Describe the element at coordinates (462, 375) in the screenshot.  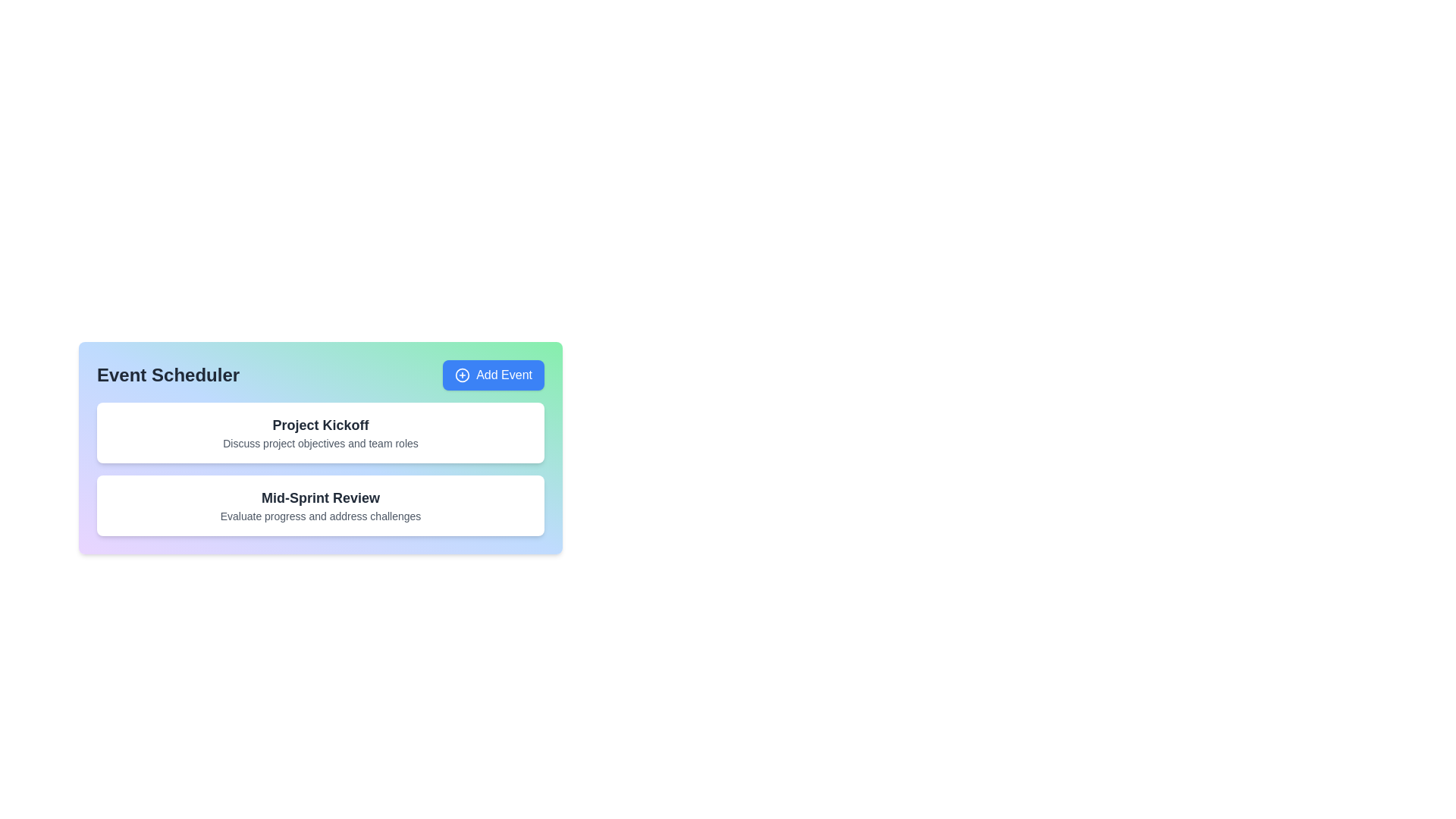
I see `the SVG Icon (Circle and Cross Symbol) located at the top-right corner of the 'Event Scheduler' card` at that location.